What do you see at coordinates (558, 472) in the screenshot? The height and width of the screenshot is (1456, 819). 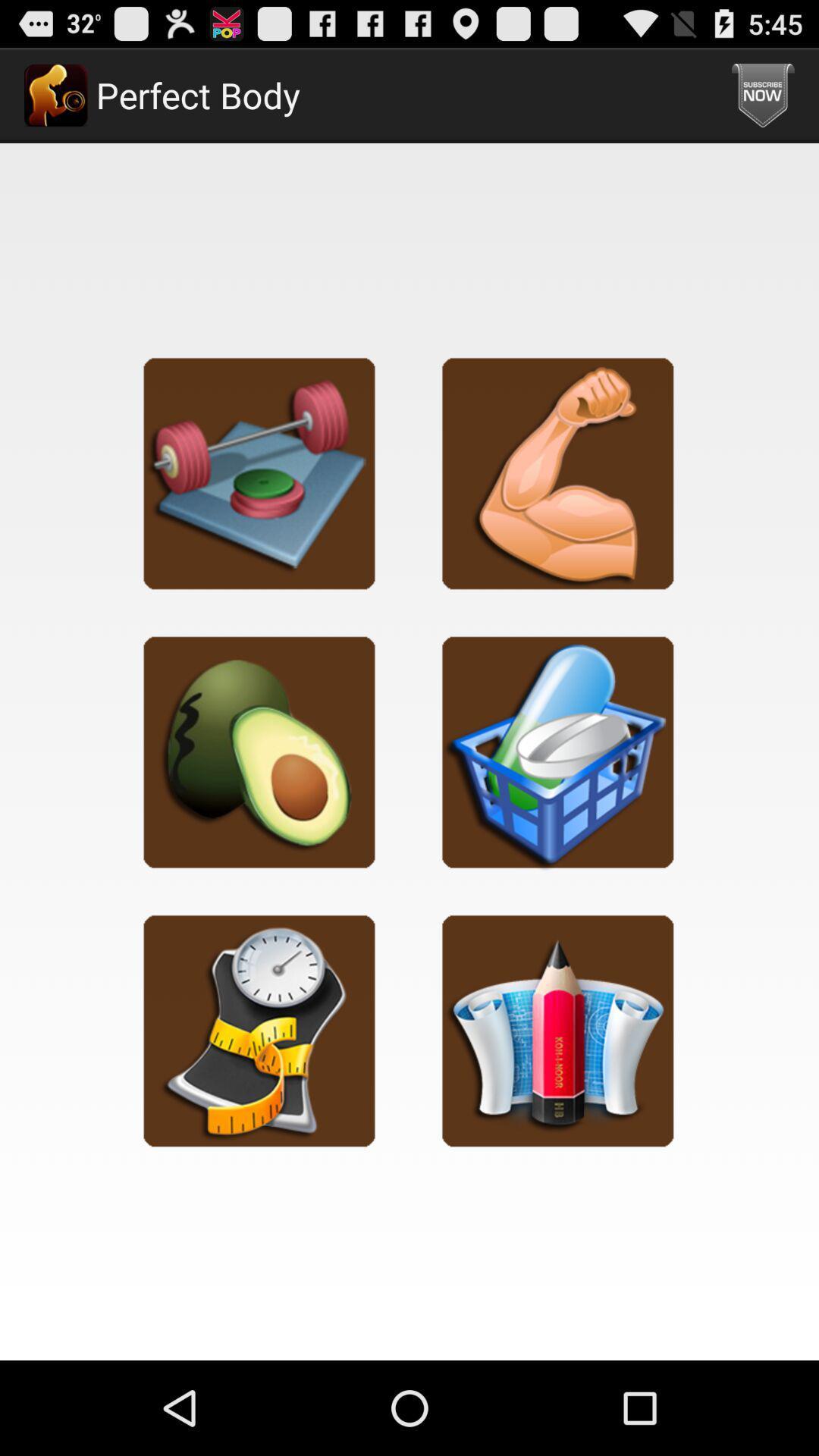 I see `muscle` at bounding box center [558, 472].